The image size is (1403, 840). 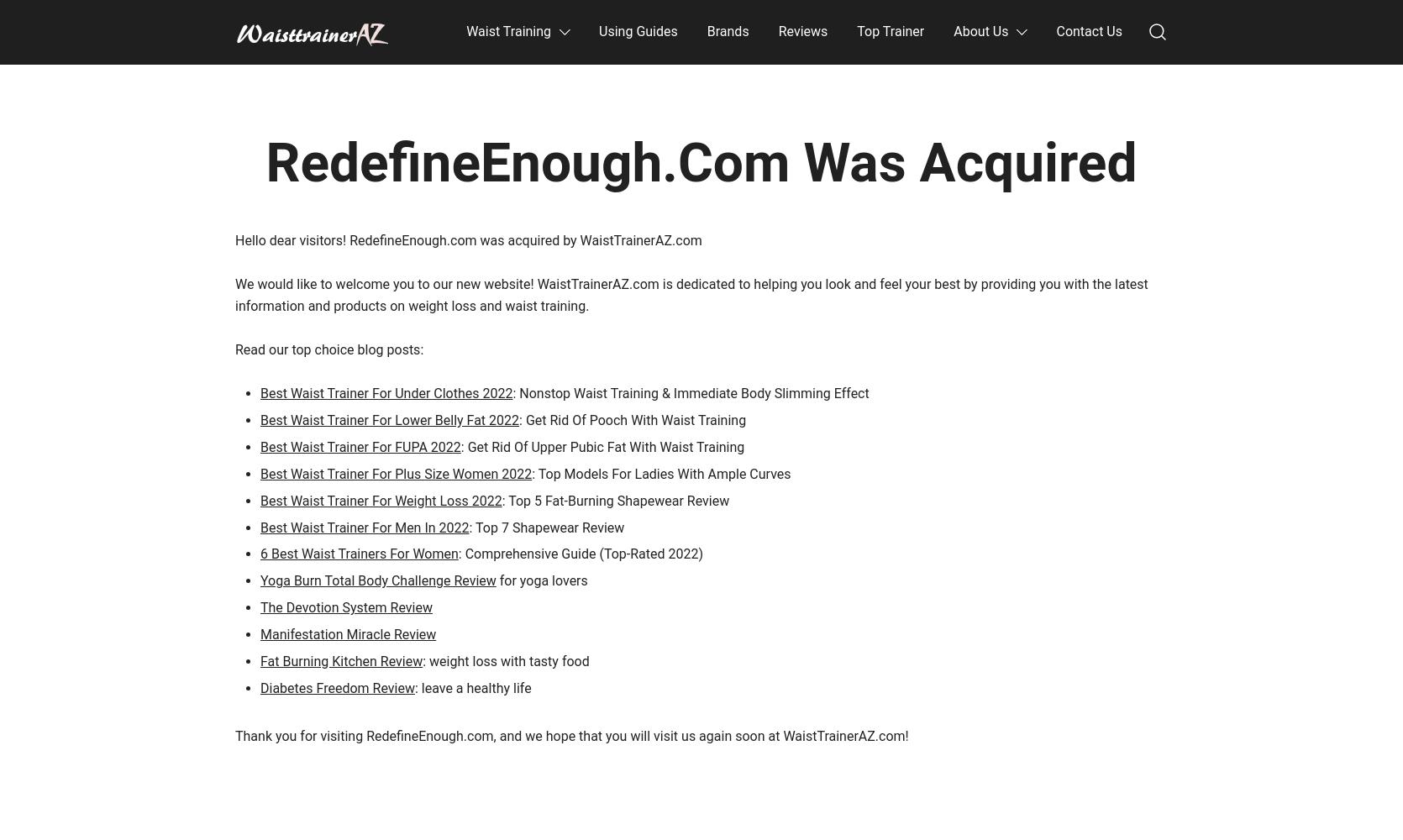 What do you see at coordinates (1088, 31) in the screenshot?
I see `'Contact Us'` at bounding box center [1088, 31].